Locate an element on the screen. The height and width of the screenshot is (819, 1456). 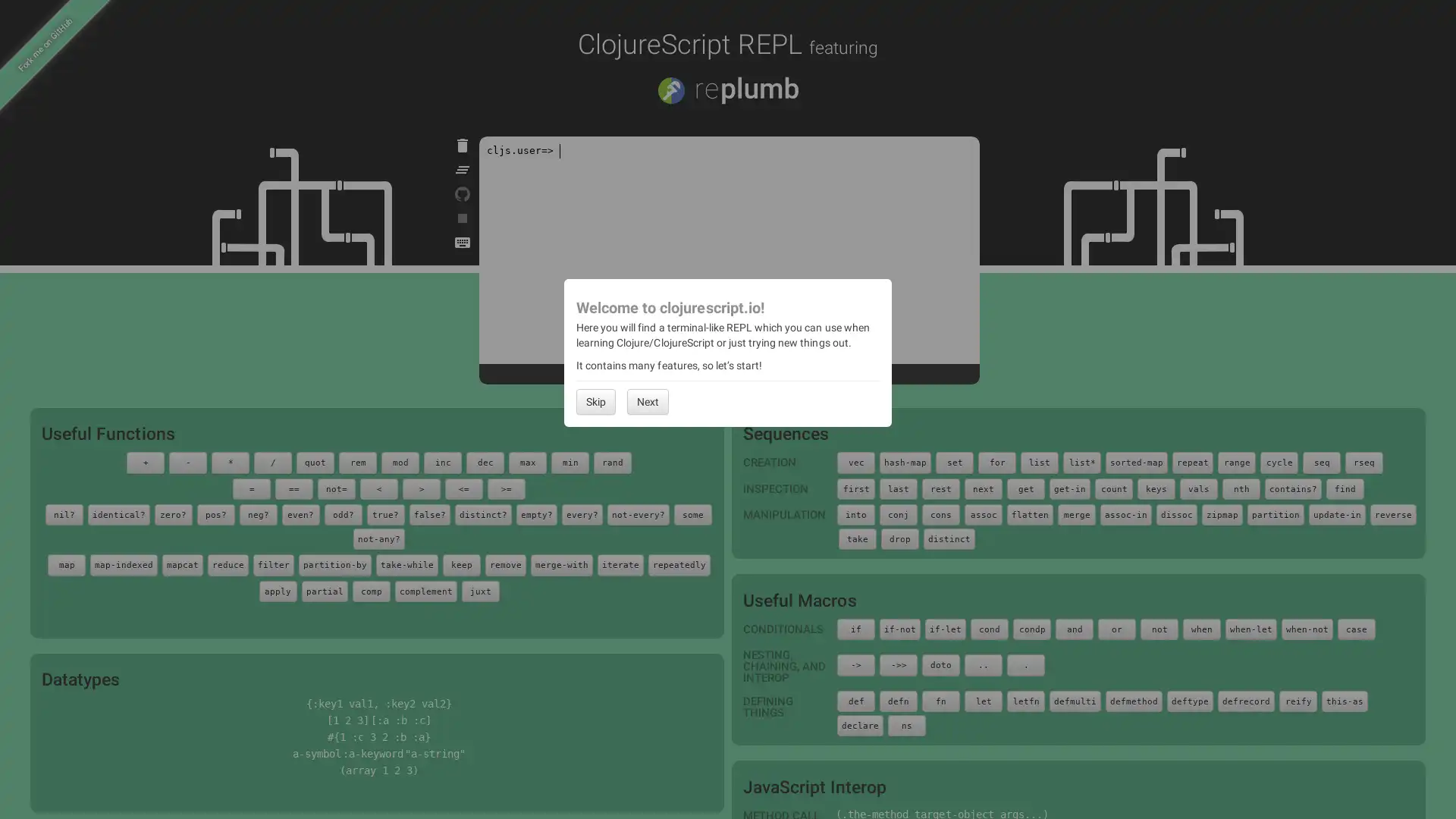
cycle is located at coordinates (1278, 461).